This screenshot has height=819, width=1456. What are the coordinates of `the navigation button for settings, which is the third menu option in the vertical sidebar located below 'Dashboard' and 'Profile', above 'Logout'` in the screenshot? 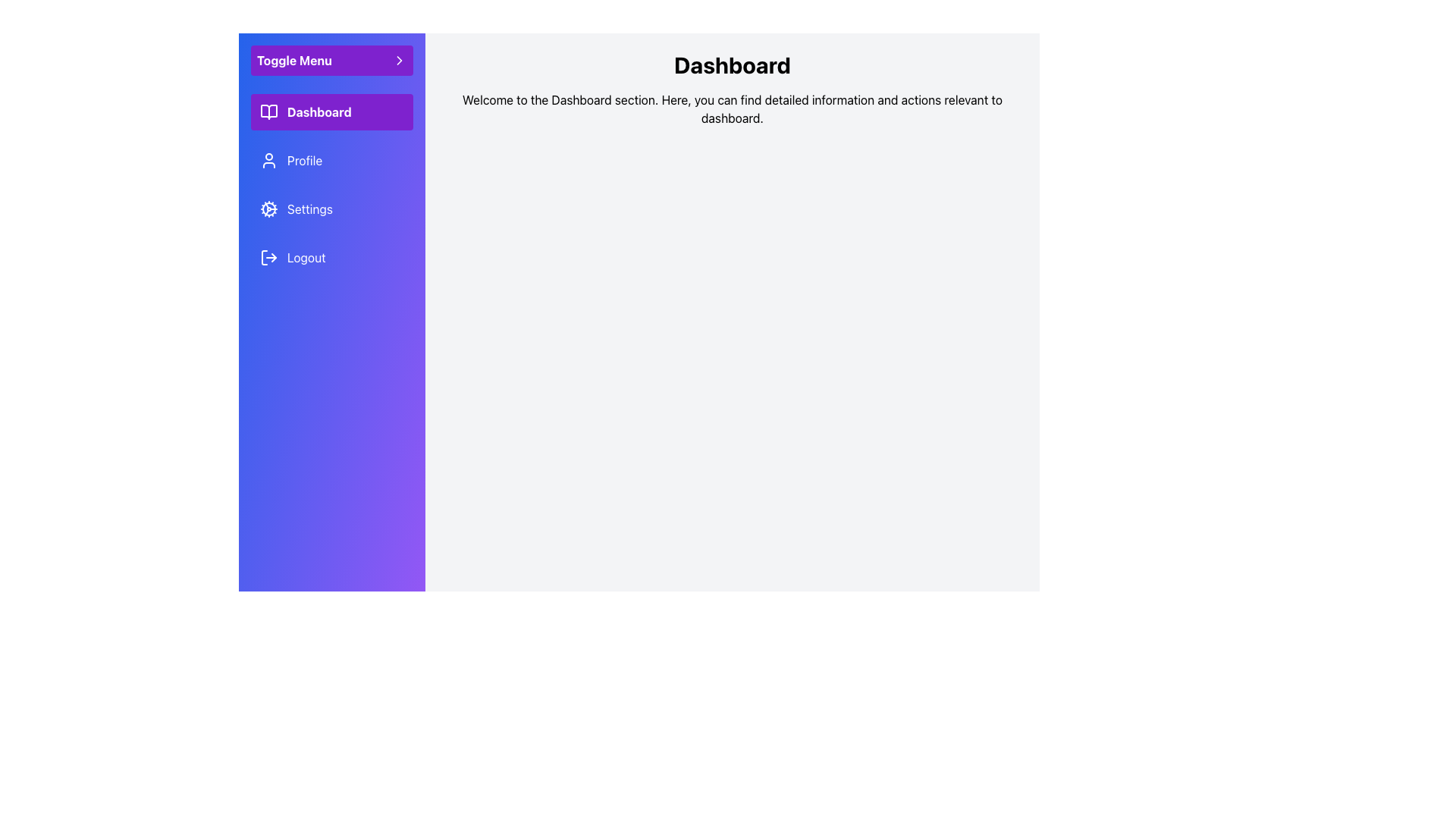 It's located at (331, 209).